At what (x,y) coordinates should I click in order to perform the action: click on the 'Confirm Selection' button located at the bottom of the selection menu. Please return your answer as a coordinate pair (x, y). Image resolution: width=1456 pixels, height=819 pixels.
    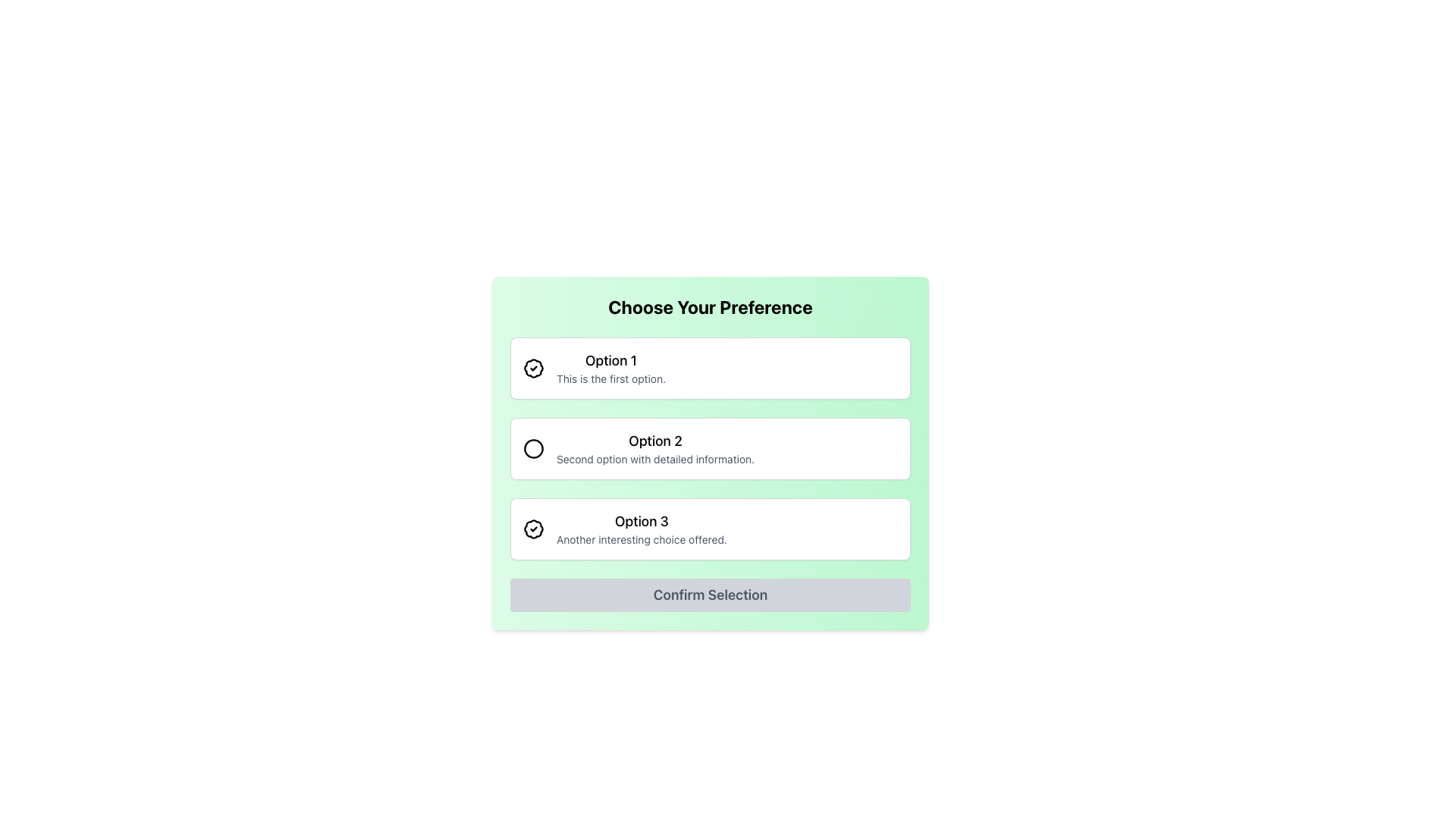
    Looking at the image, I should click on (709, 595).